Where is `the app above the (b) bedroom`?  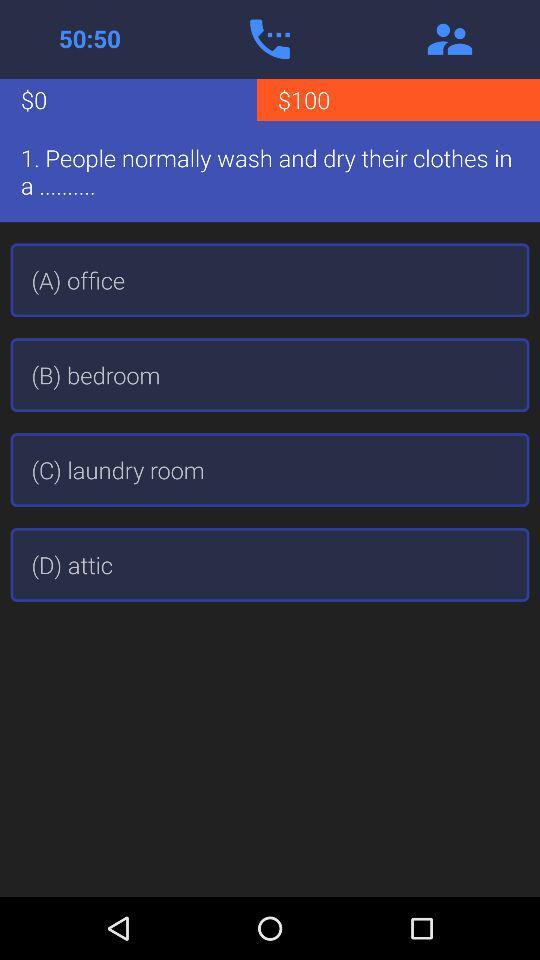
the app above the (b) bedroom is located at coordinates (270, 279).